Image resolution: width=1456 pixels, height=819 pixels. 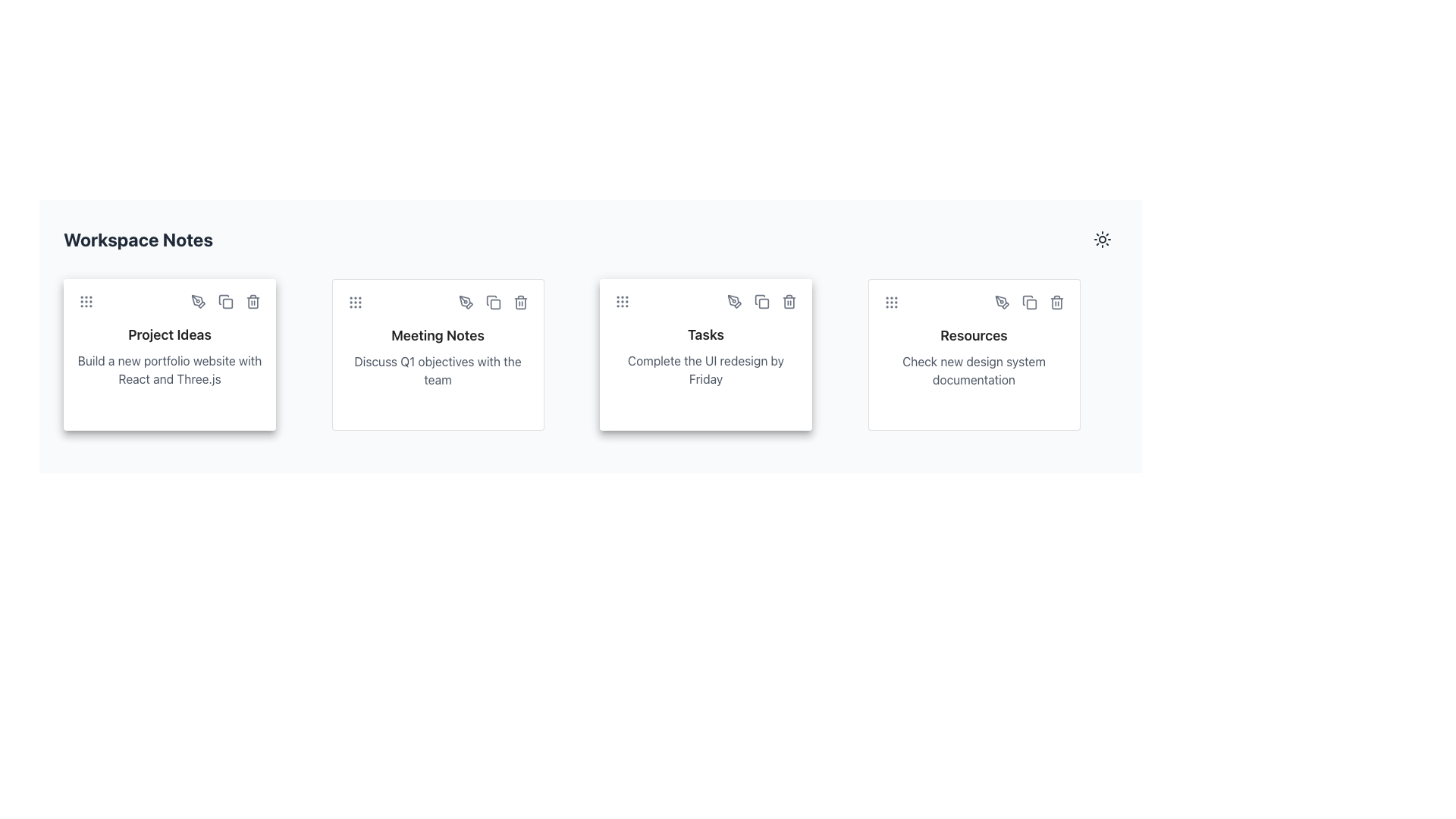 I want to click on the label titled 'Project Ideas' located at the upper part of the leftmost card among a set of horizontally arranged cards, so click(x=170, y=334).